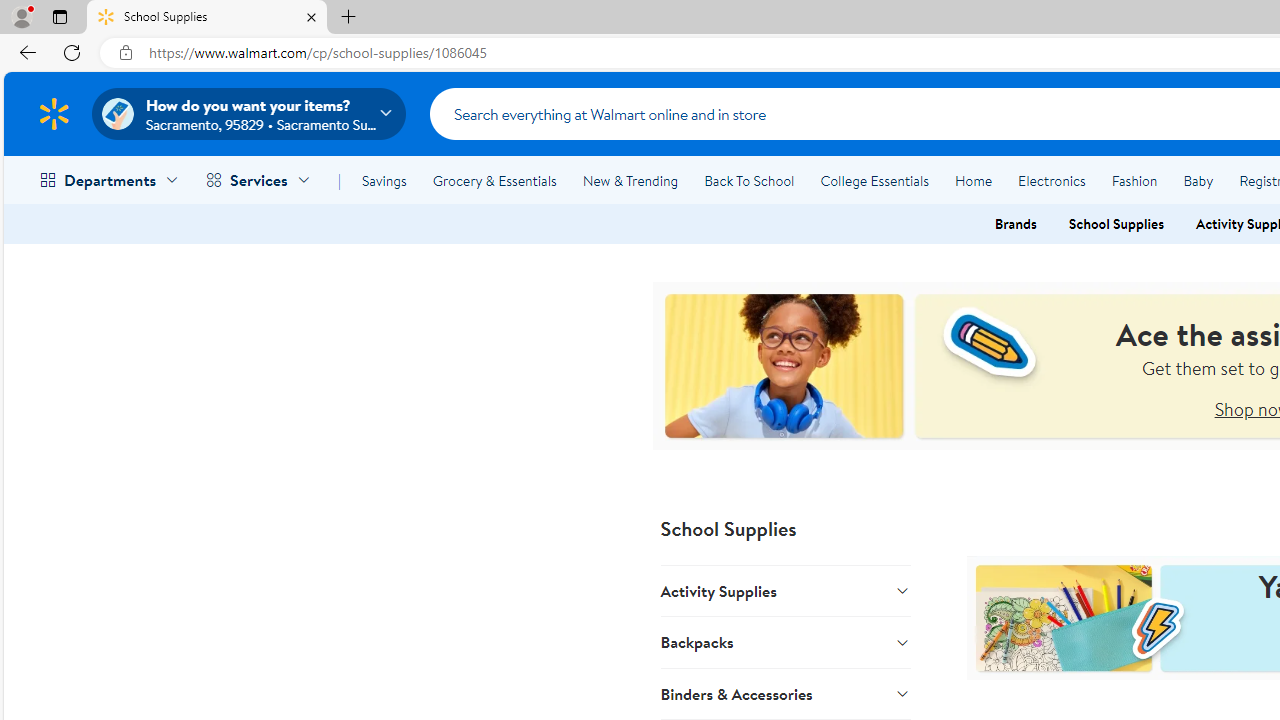 This screenshot has height=720, width=1280. What do you see at coordinates (53, 113) in the screenshot?
I see `'Walmart Homepage'` at bounding box center [53, 113].